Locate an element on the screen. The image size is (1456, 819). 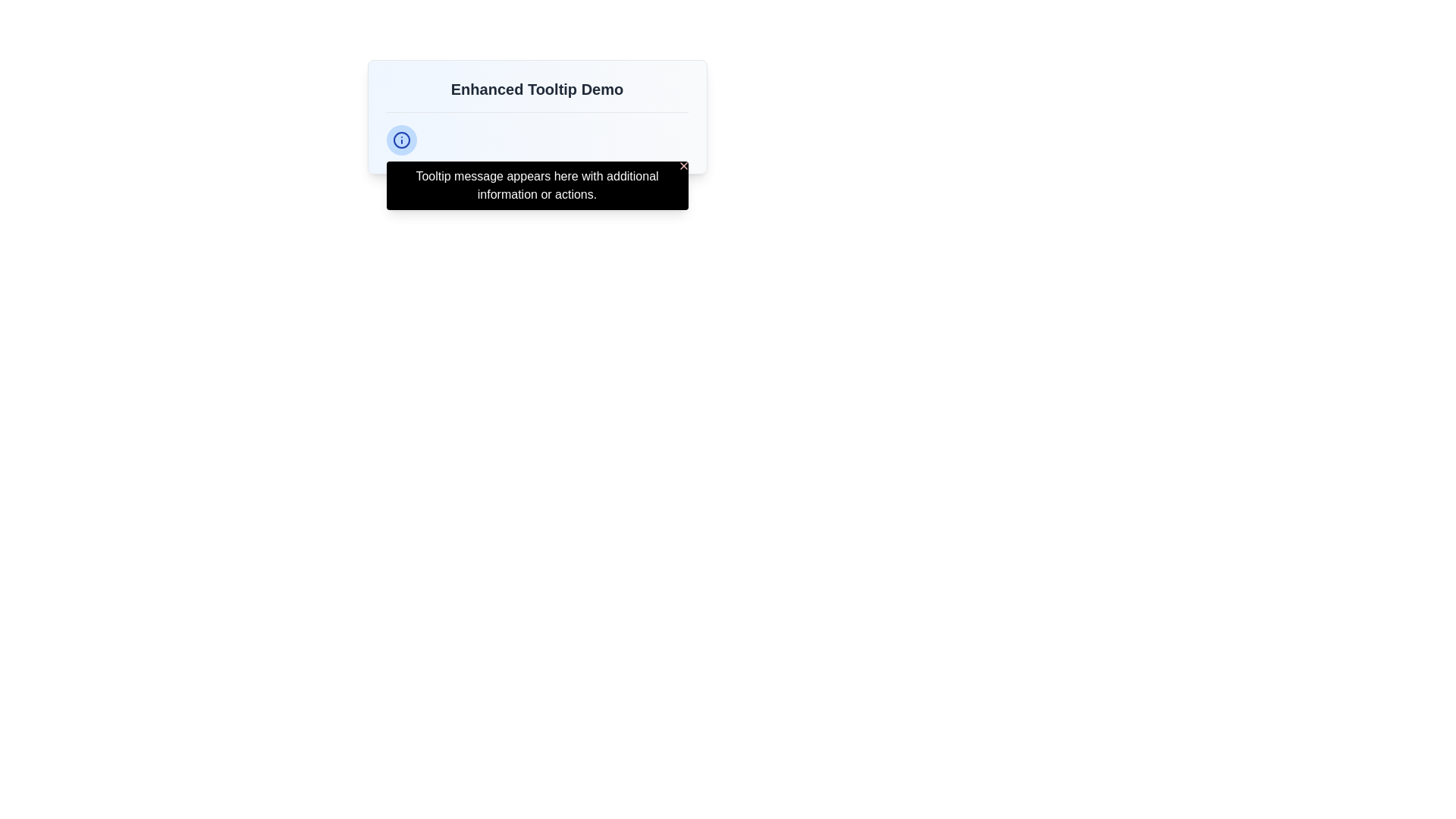
the small red 'X' icon button located at the top-right corner of the tooltip titled 'Enhanced Tooltip Demo' is located at coordinates (682, 166).